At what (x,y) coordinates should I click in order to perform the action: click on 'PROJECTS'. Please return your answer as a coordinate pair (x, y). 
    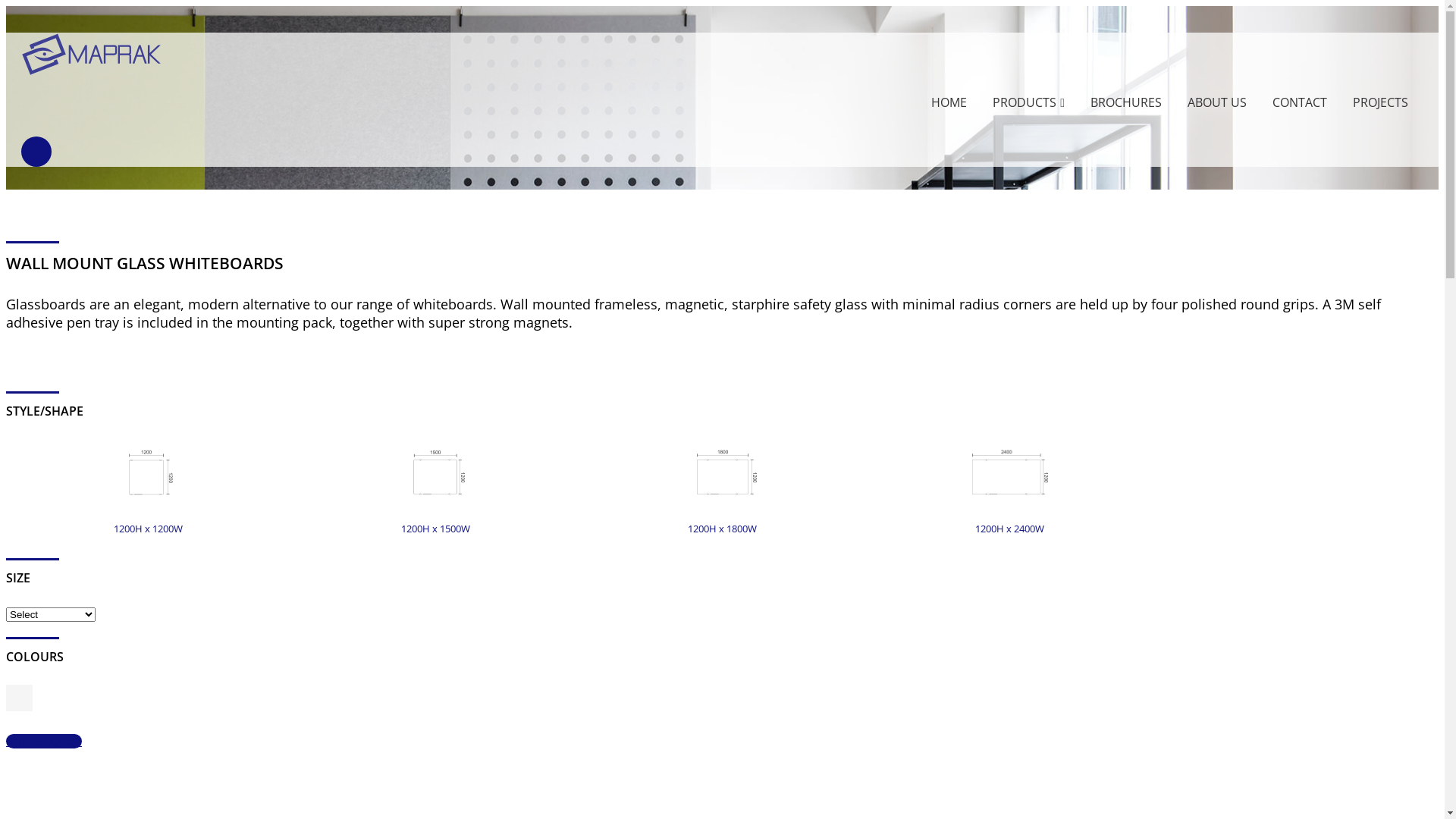
    Looking at the image, I should click on (1349, 102).